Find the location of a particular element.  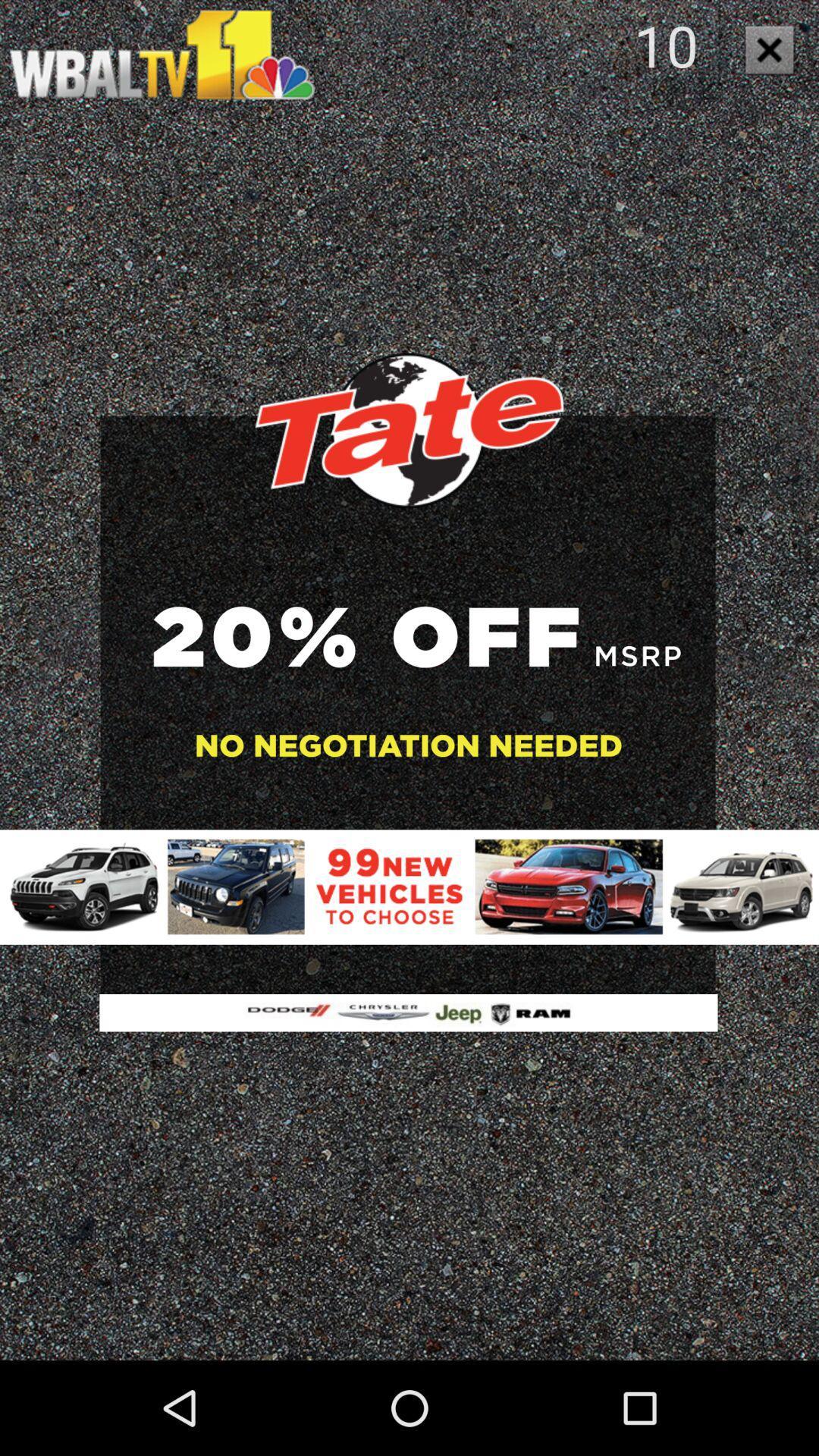

the close icon is located at coordinates (769, 53).